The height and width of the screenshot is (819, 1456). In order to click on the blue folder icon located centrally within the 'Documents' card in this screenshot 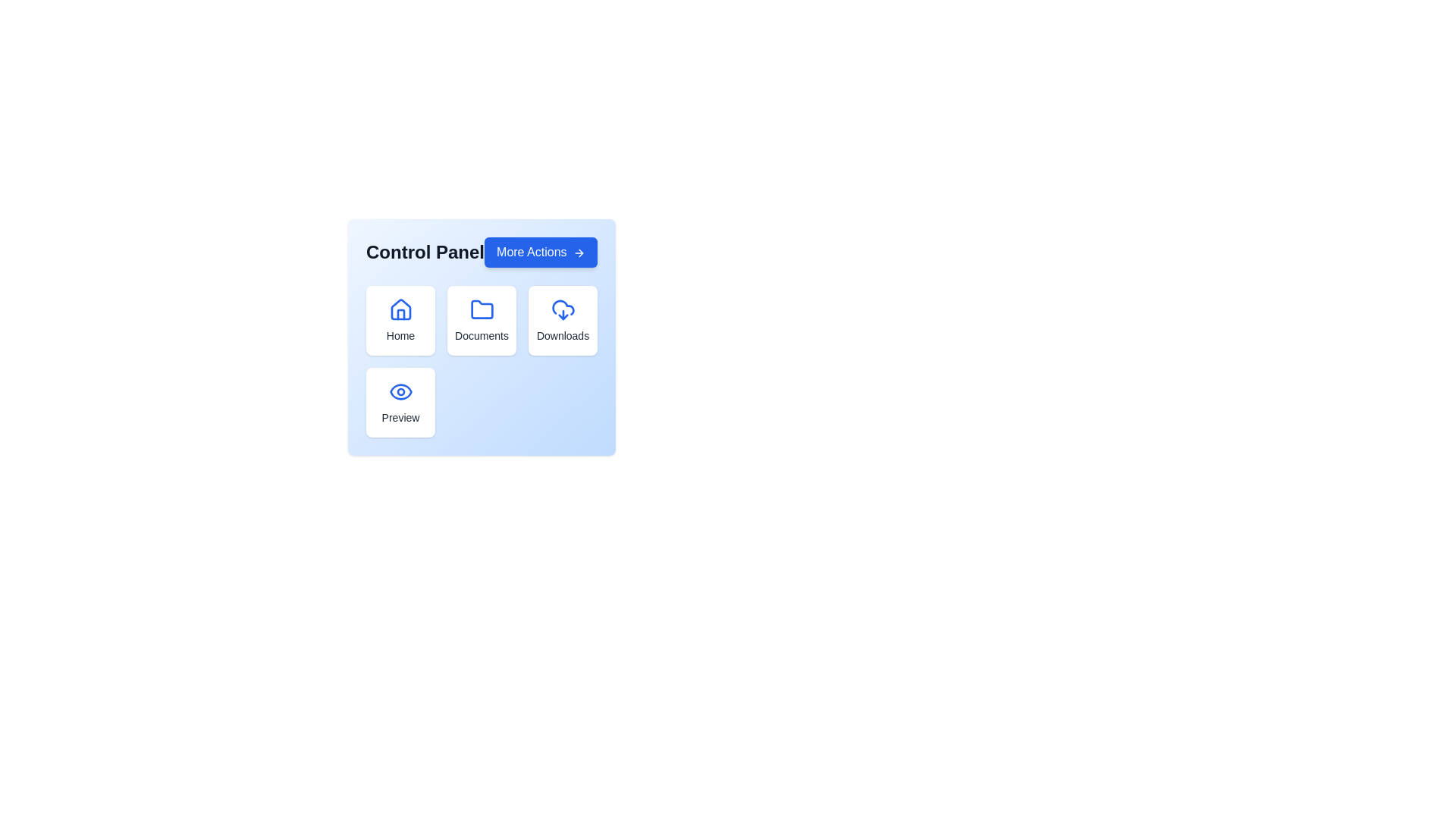, I will do `click(481, 309)`.